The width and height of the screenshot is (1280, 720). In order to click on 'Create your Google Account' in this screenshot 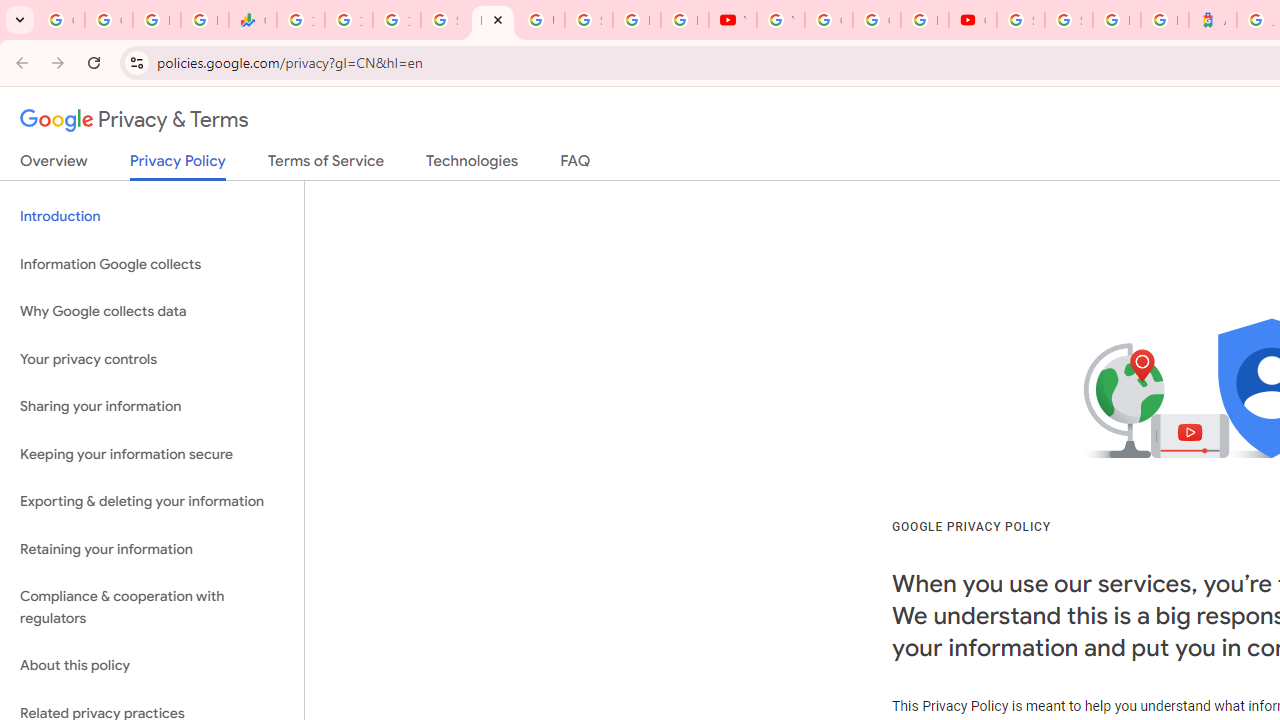, I will do `click(876, 20)`.